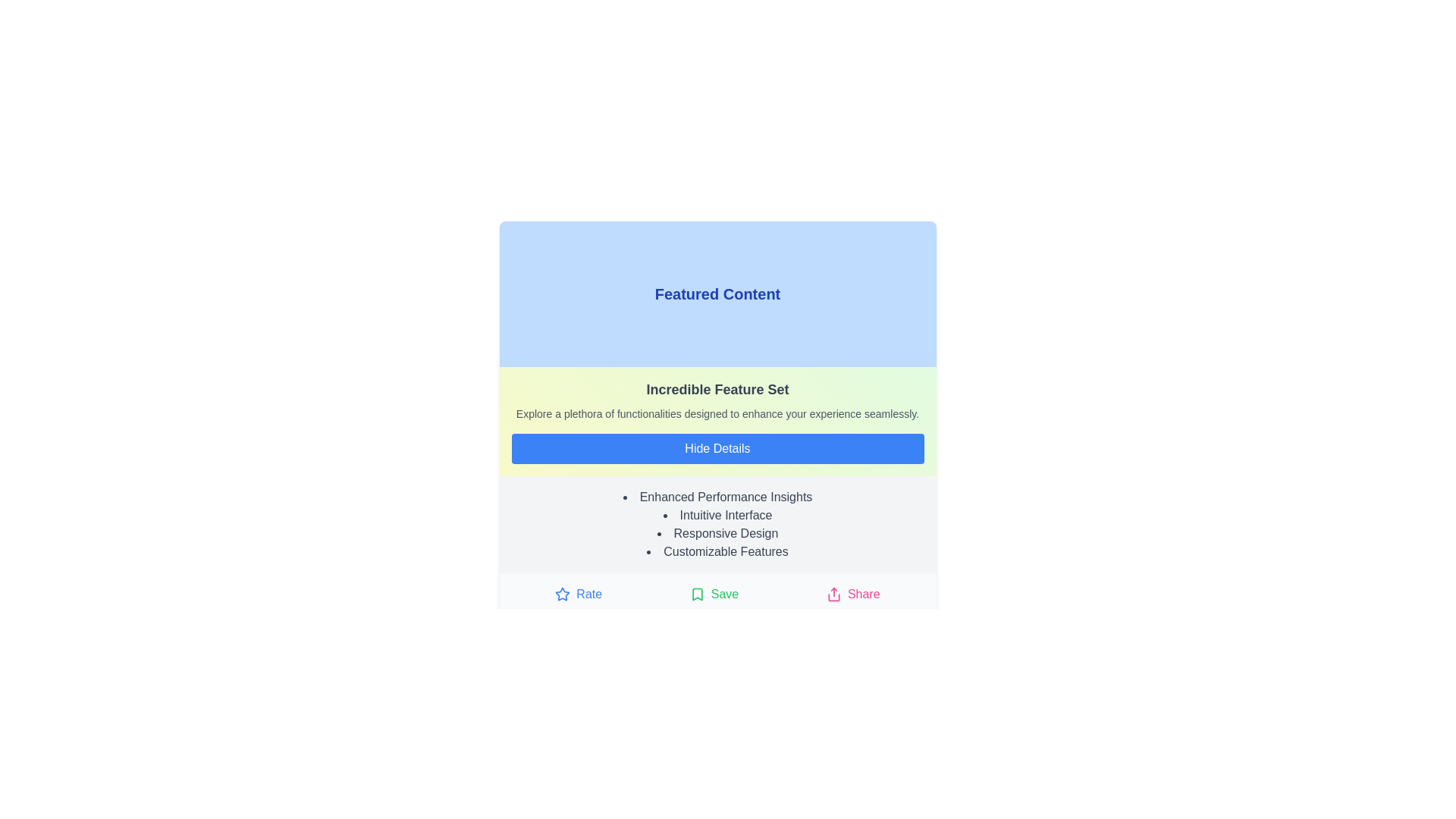 The width and height of the screenshot is (1456, 819). I want to click on the 'Hide Details' button located in the Informative Section with Actionable Button, which presents a title and description of a featured feature set, so click(717, 418).